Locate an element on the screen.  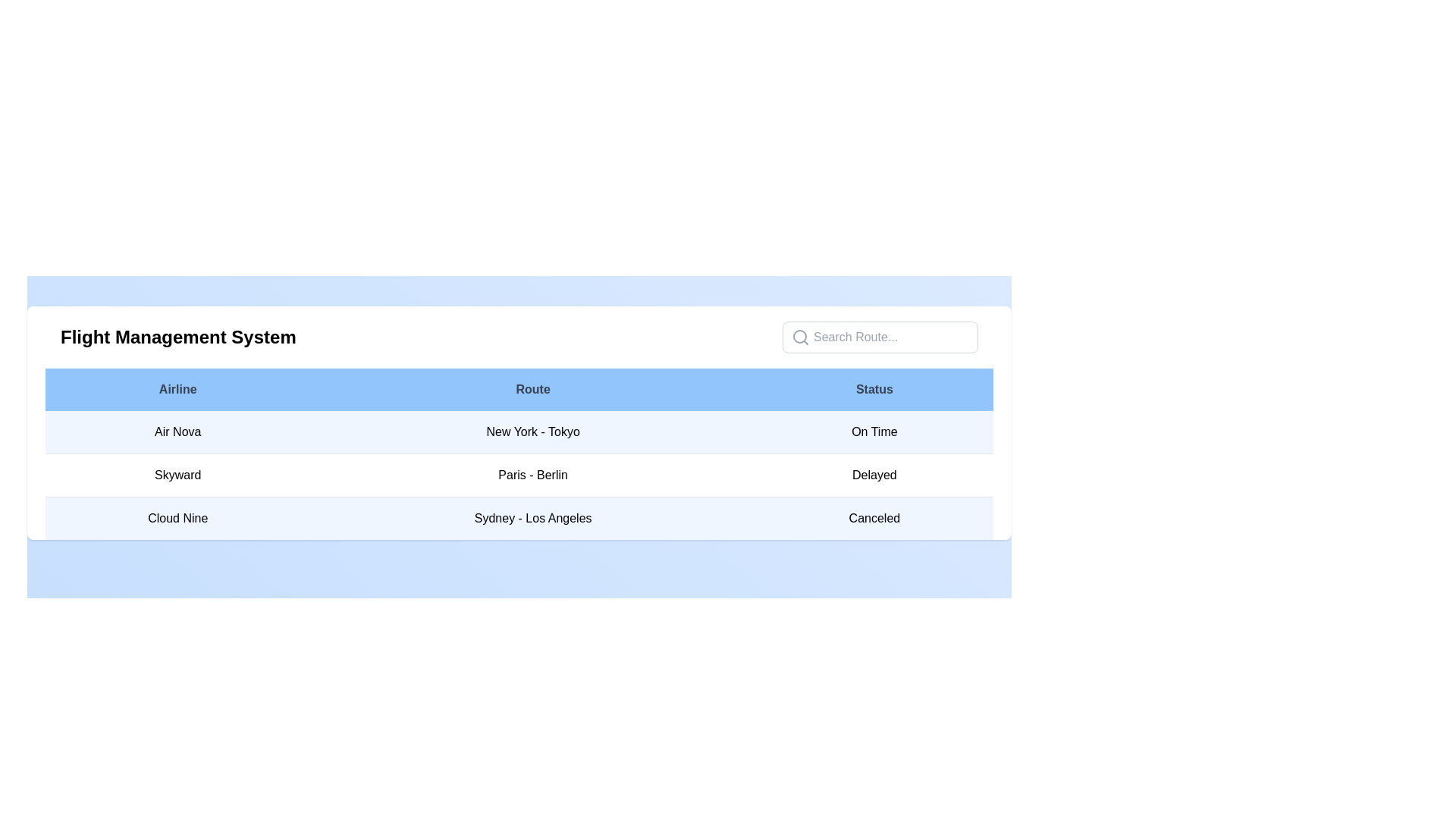
the Table Header Row that contains the column titles 'Airline', 'Route', and 'Status', specifically focusing on the center column labeled 'Route' is located at coordinates (519, 388).